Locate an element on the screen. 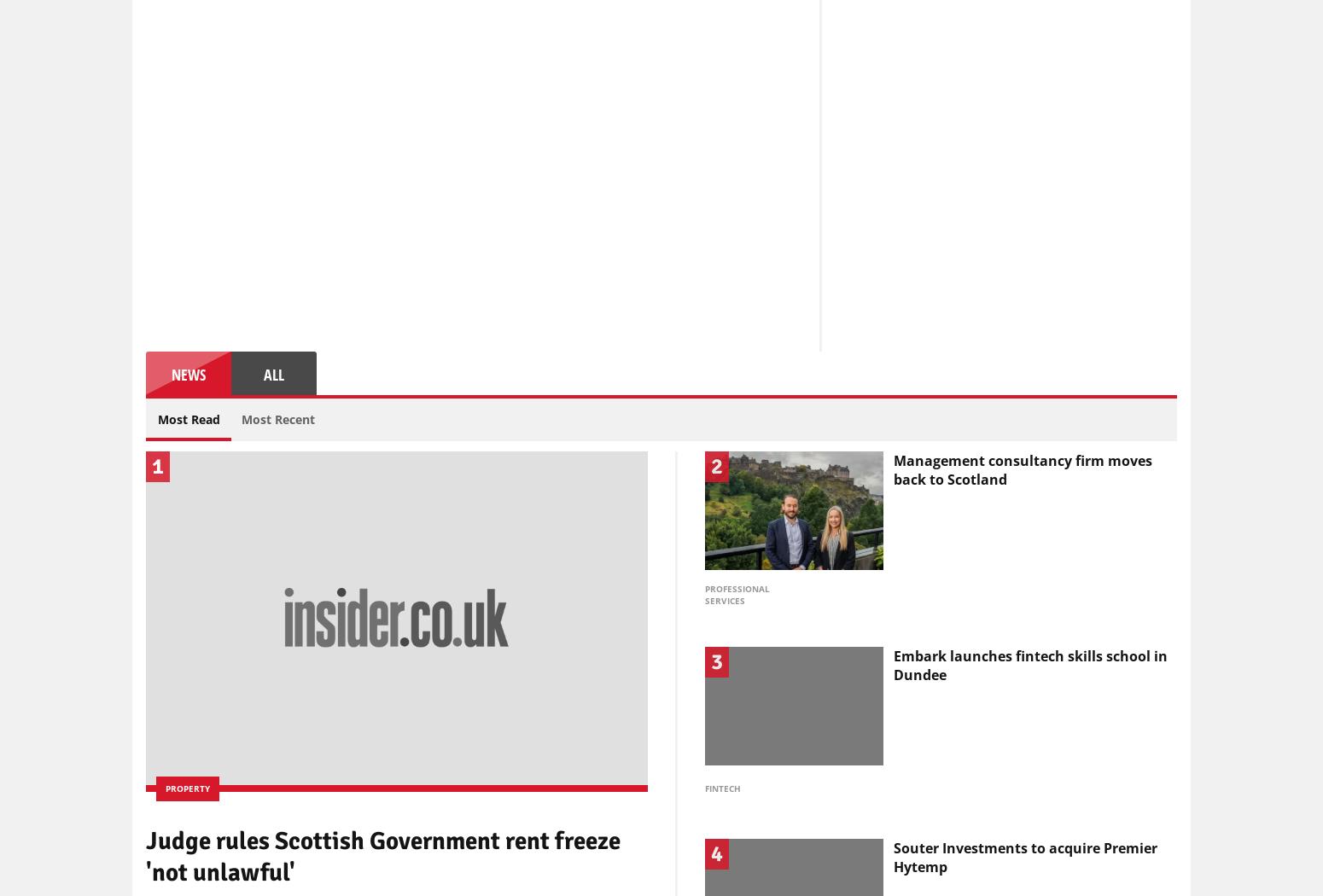 The width and height of the screenshot is (1323, 896). 'Most Recent' is located at coordinates (242, 417).